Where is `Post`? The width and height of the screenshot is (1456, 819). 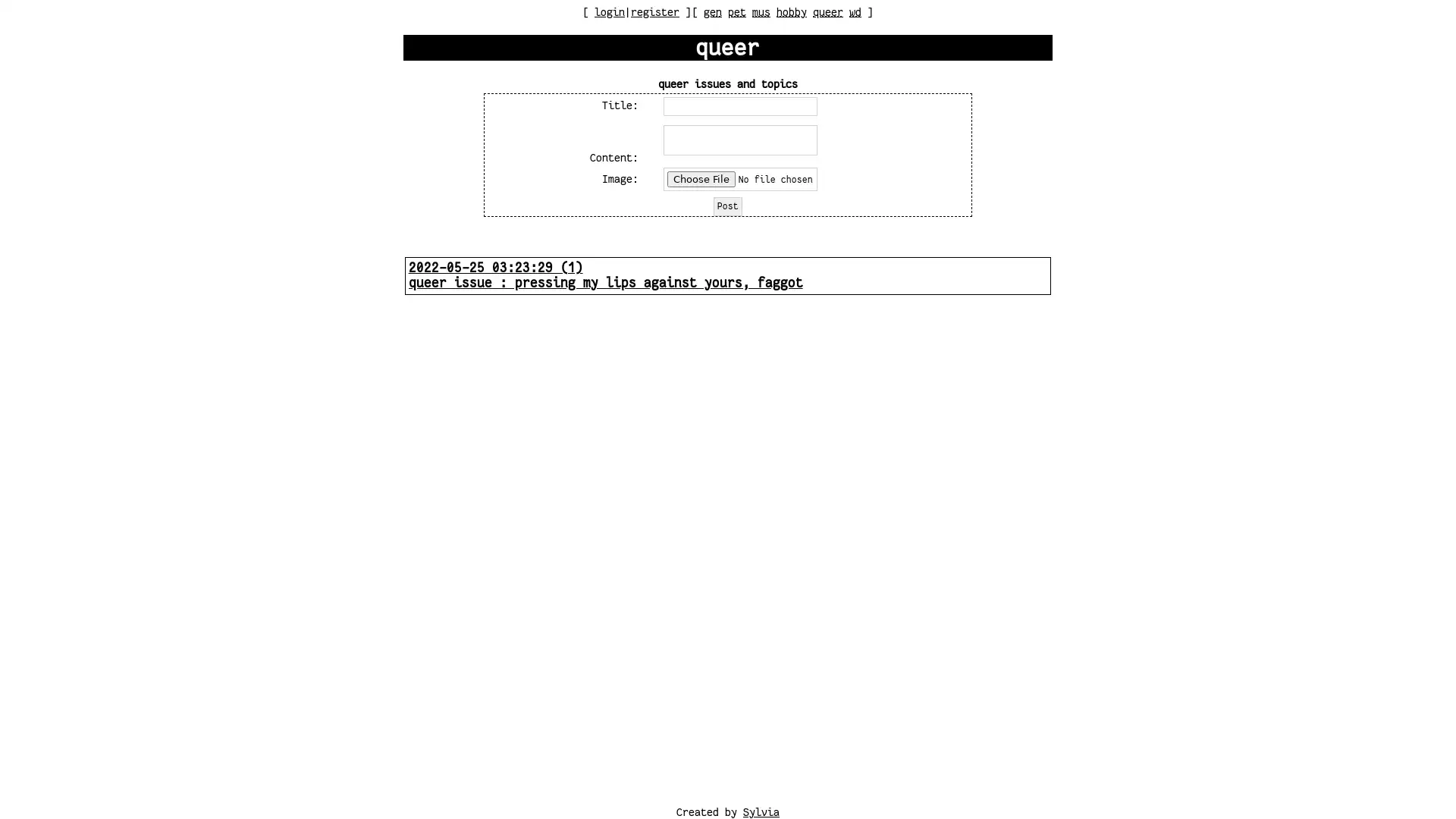 Post is located at coordinates (726, 206).